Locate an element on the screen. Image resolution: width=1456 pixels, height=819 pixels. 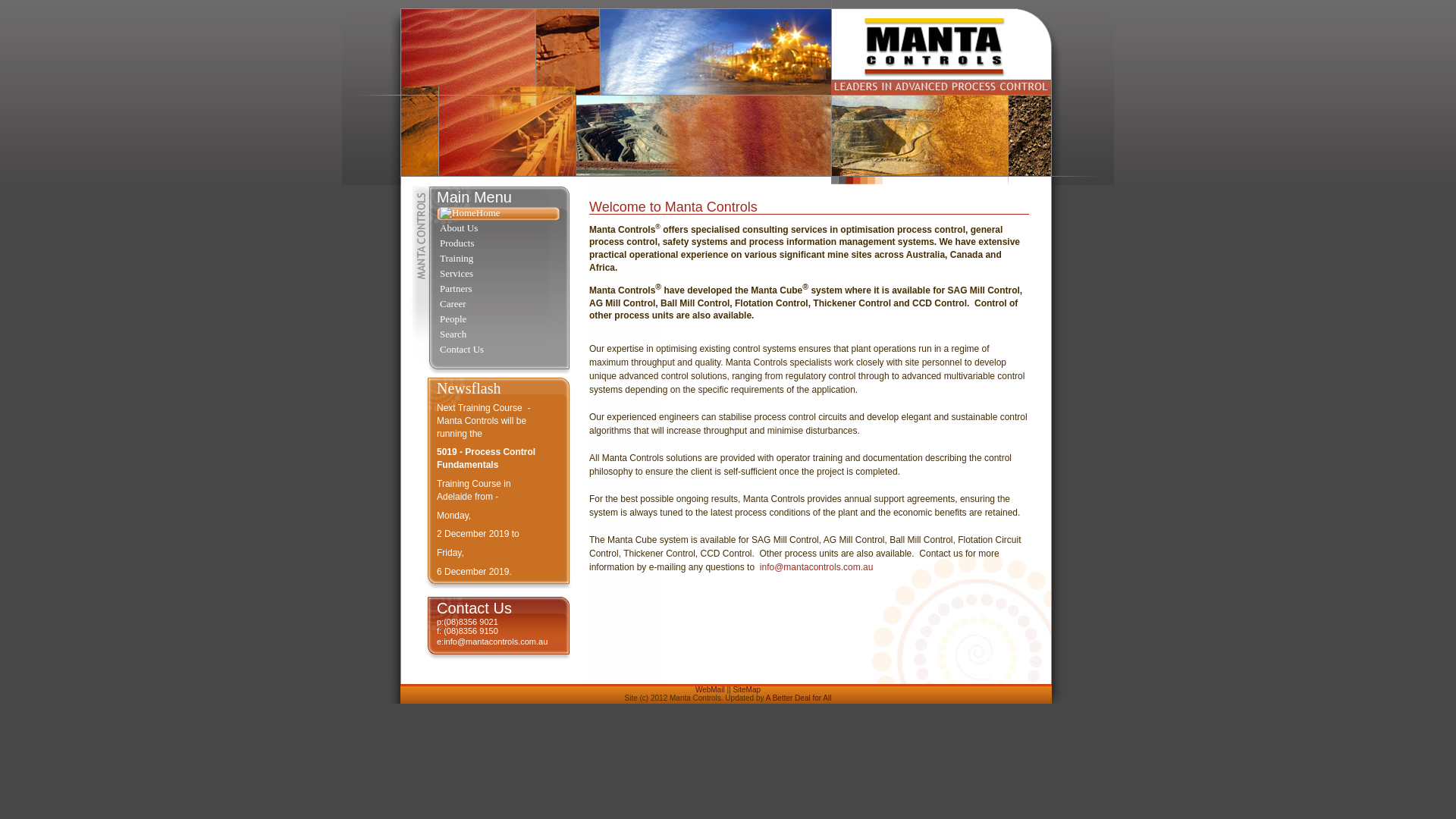
'People' is located at coordinates (498, 318).